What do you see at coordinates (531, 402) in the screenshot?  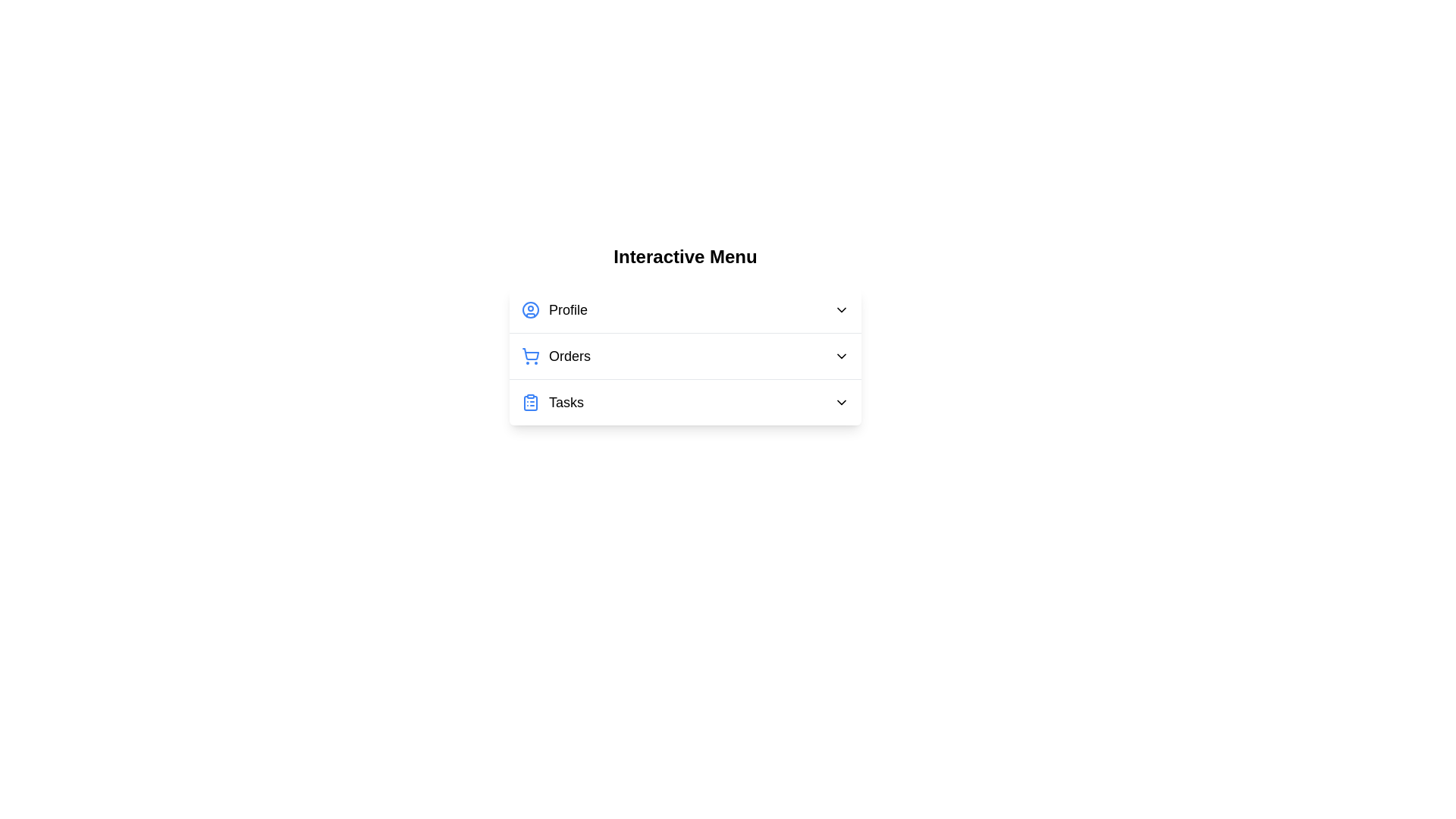 I see `the small blue clipboard icon that is part of the 'Tasks' menu, located to the left of the text 'Tasks'` at bounding box center [531, 402].